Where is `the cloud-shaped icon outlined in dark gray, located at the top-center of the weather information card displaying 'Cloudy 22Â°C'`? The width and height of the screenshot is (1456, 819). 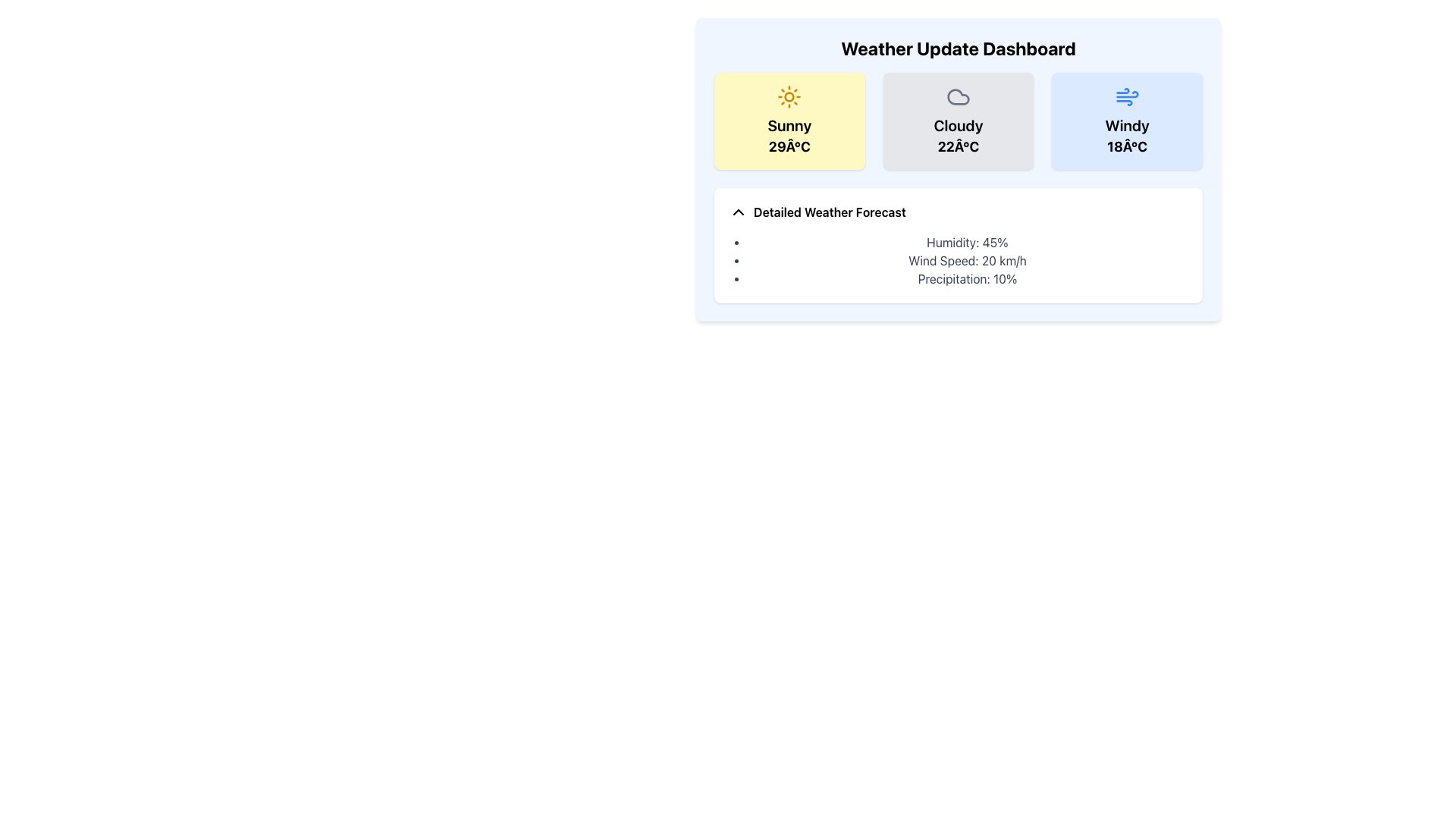 the cloud-shaped icon outlined in dark gray, located at the top-center of the weather information card displaying 'Cloudy 22Â°C' is located at coordinates (957, 96).